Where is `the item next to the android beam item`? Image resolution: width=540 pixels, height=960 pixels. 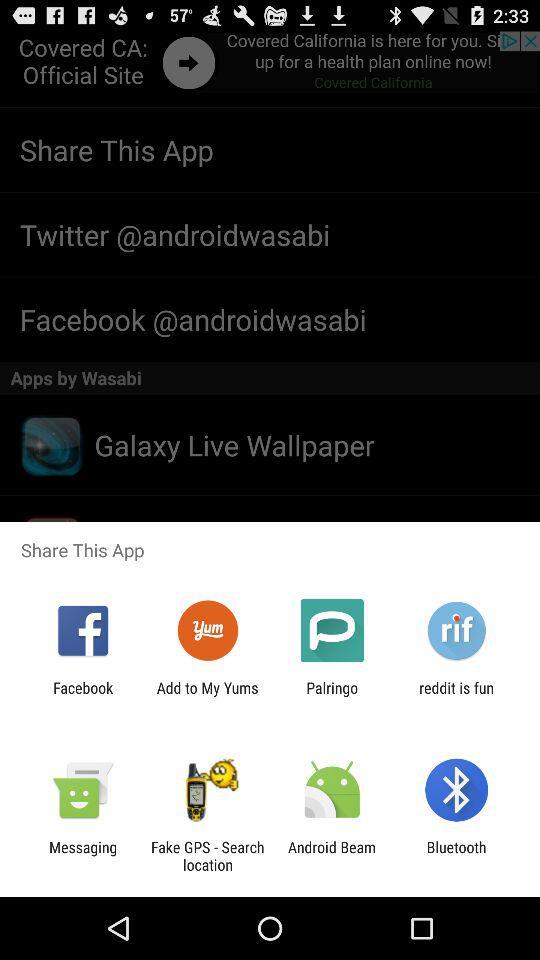
the item next to the android beam item is located at coordinates (206, 855).